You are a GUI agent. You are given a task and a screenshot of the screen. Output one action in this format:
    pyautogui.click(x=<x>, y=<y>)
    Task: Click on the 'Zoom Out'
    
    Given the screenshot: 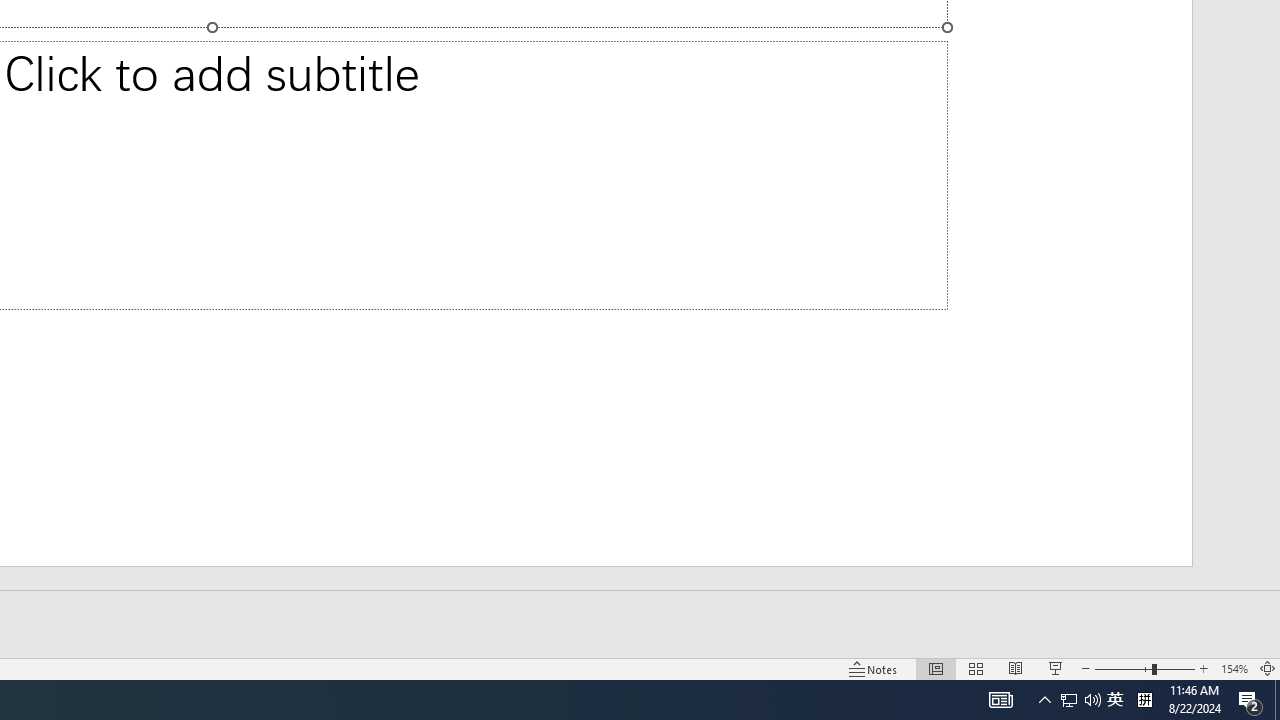 What is the action you would take?
    pyautogui.click(x=1123, y=669)
    